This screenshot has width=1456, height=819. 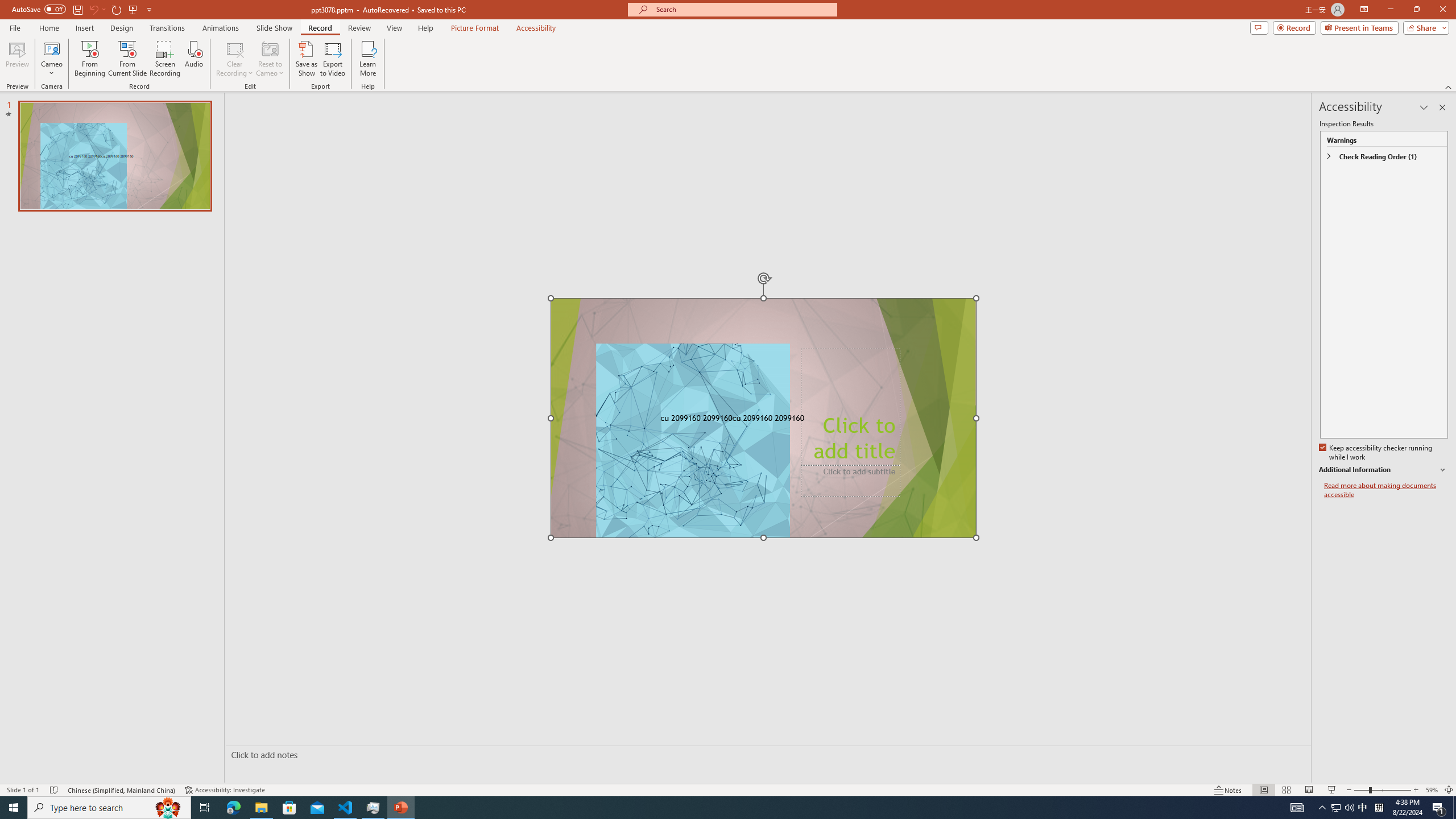 What do you see at coordinates (234, 59) in the screenshot?
I see `'Clear Recording'` at bounding box center [234, 59].